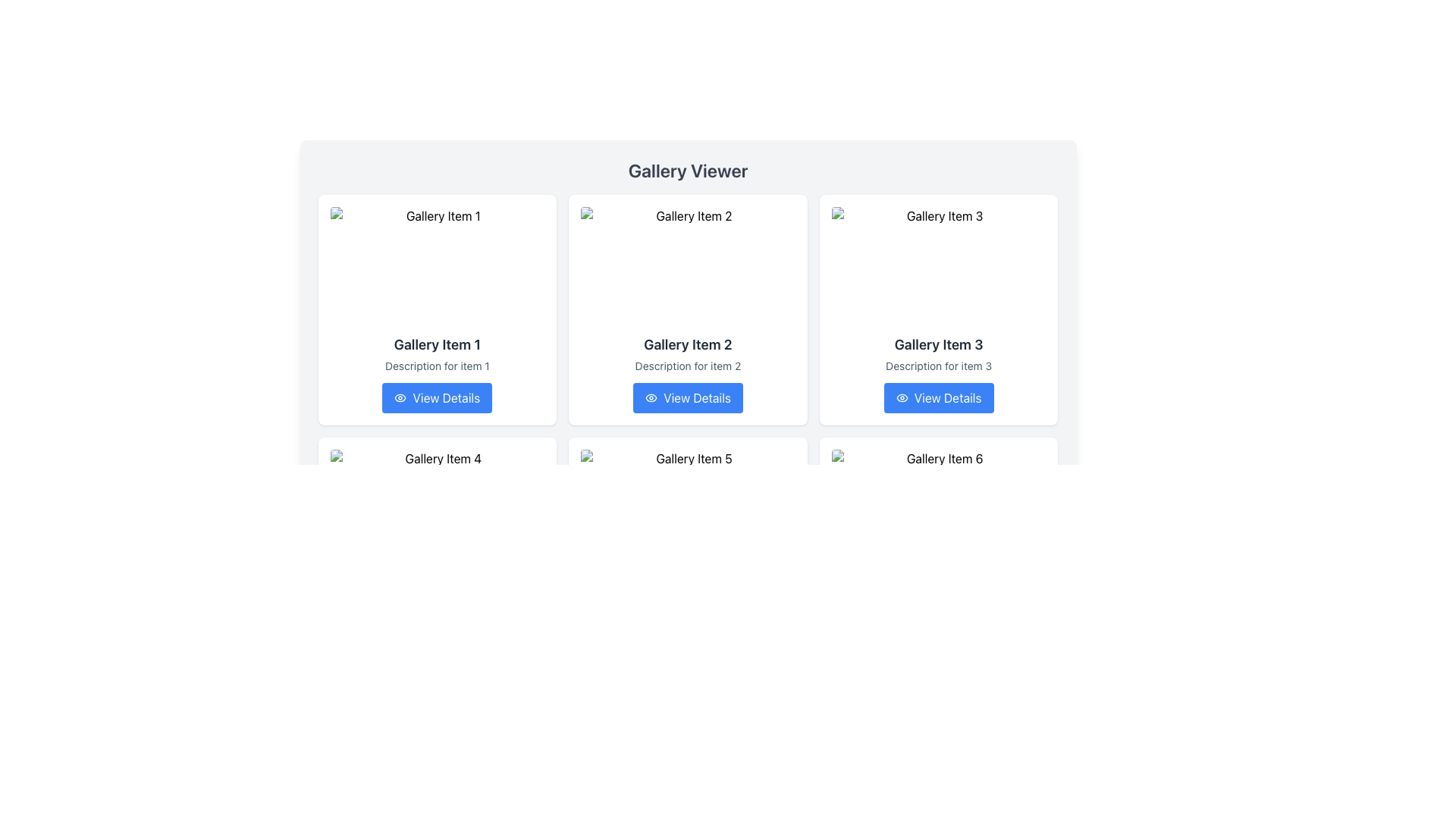 The height and width of the screenshot is (819, 1456). I want to click on the text label displaying 'Description for item 3', which is located beneath the 'Gallery Item 3' heading and above the 'View Details' button in the third card of the grid layout, so click(938, 366).